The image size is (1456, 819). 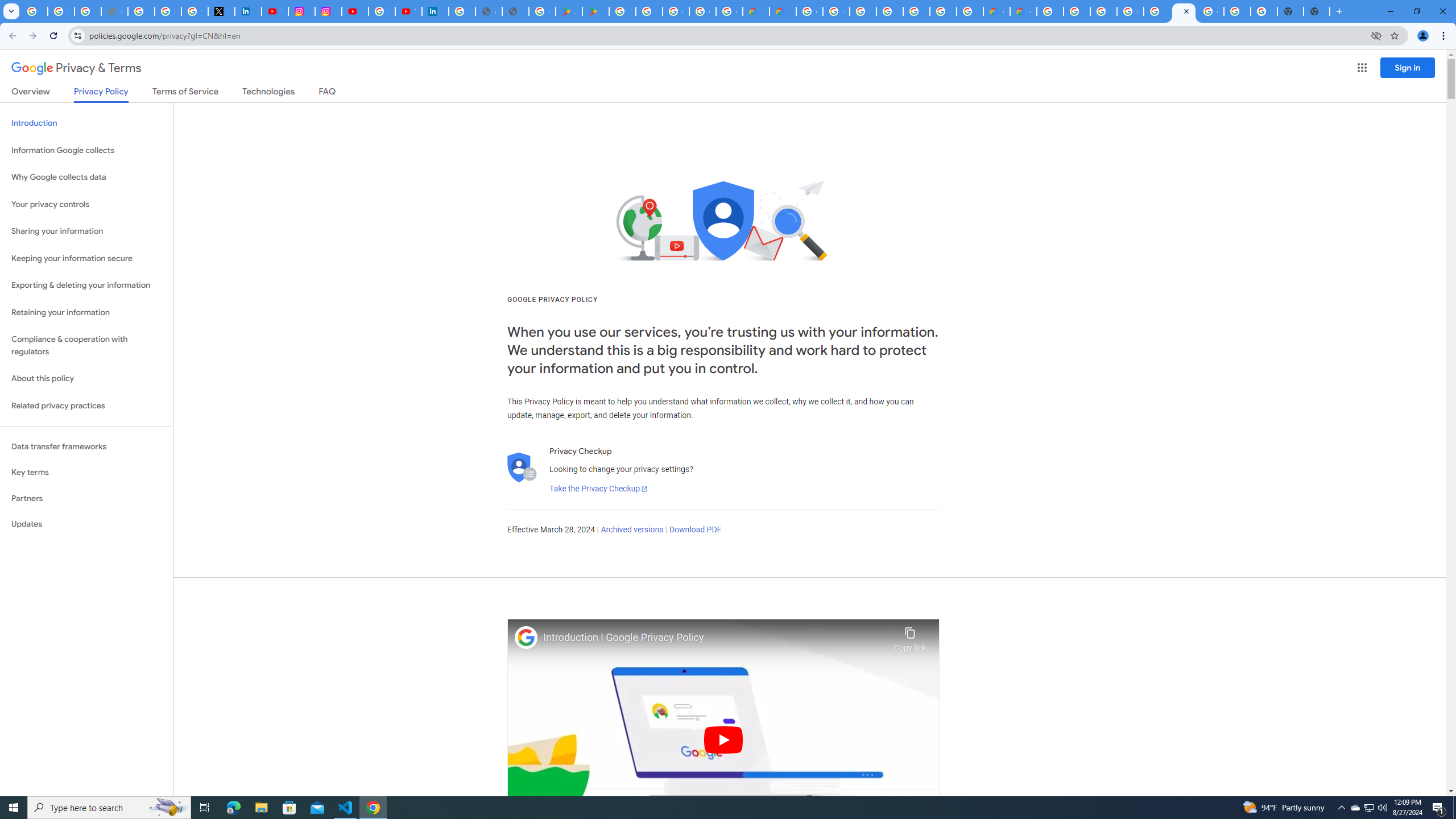 I want to click on 'Privacy Policy', so click(x=100, y=94).